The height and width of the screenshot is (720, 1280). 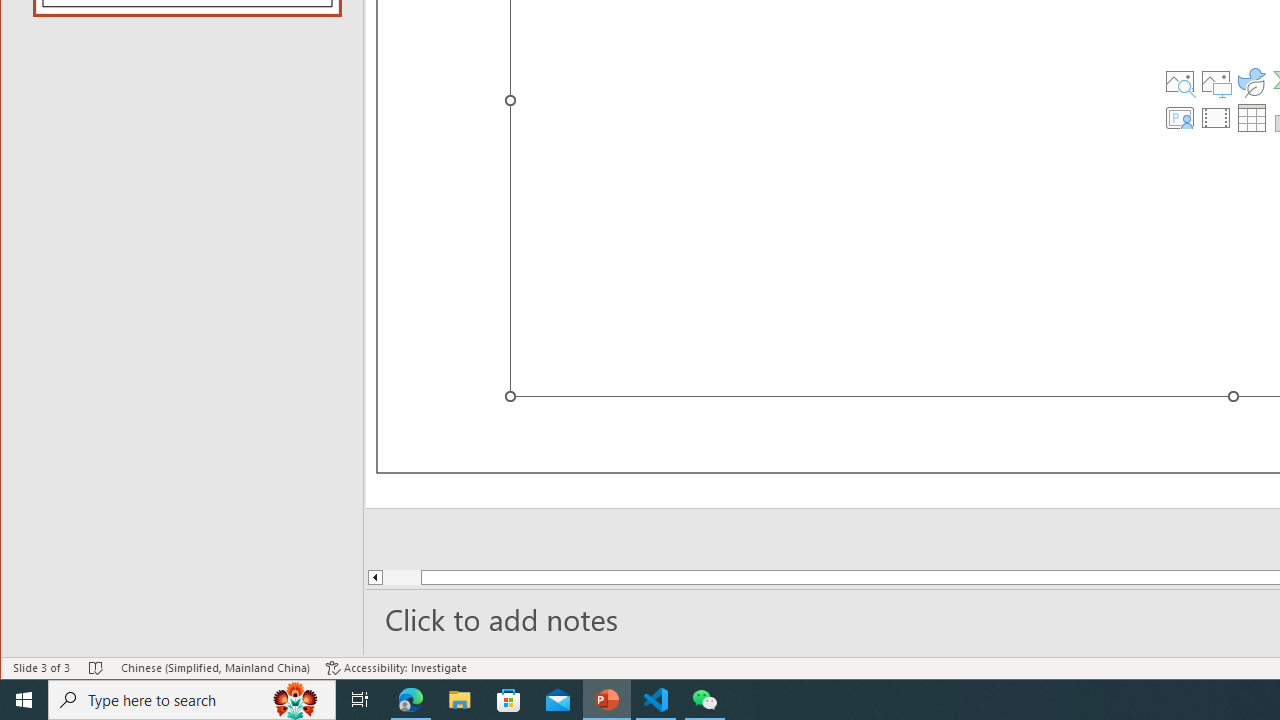 I want to click on 'Visual Studio Code - 1 running window', so click(x=656, y=698).